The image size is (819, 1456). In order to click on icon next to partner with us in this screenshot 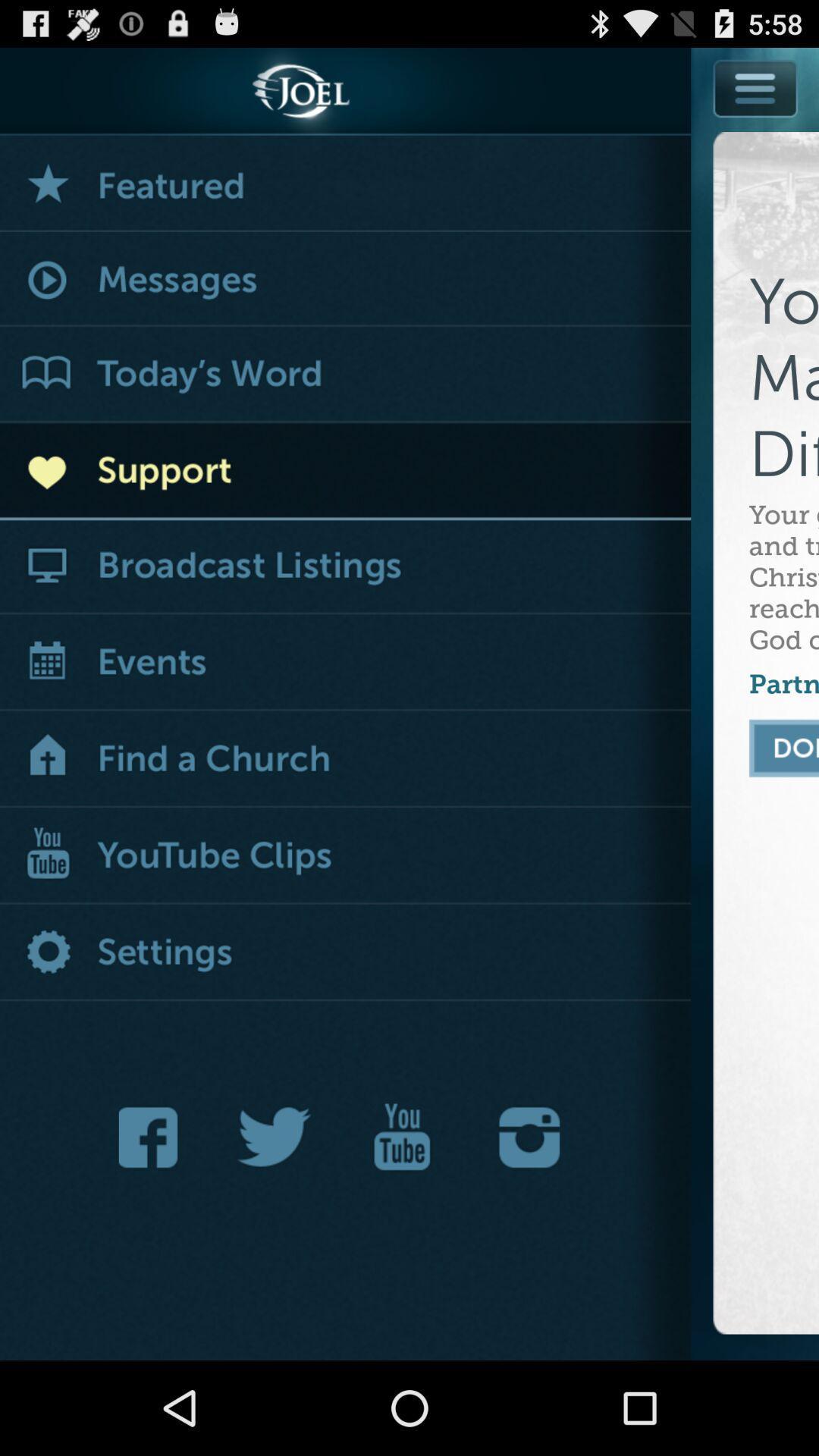, I will do `click(345, 760)`.